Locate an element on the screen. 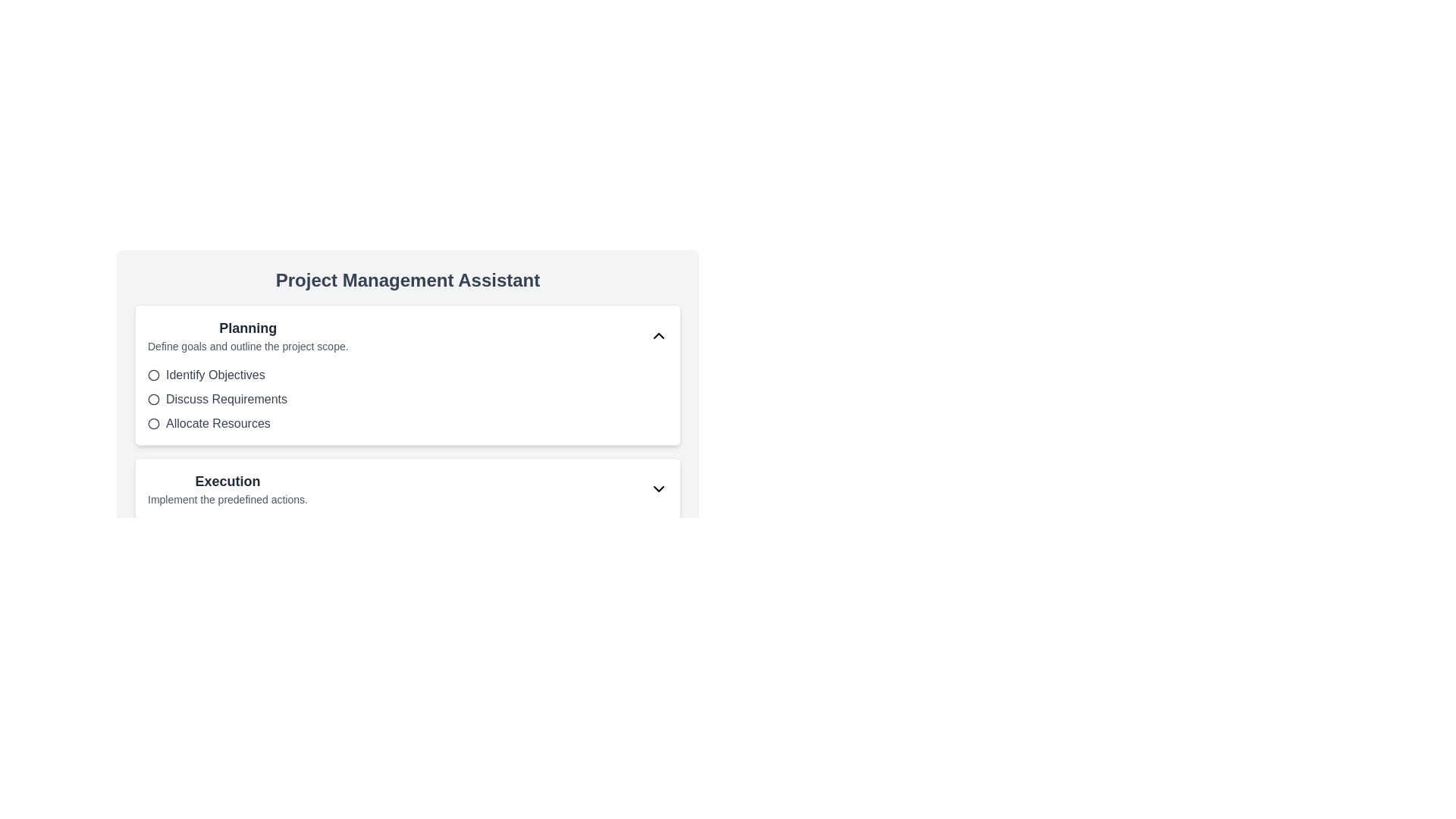 The width and height of the screenshot is (1456, 819). the unfilled circular radio button located to the left of the 'Allocate Resources' label in the 'Planning' section is located at coordinates (153, 424).